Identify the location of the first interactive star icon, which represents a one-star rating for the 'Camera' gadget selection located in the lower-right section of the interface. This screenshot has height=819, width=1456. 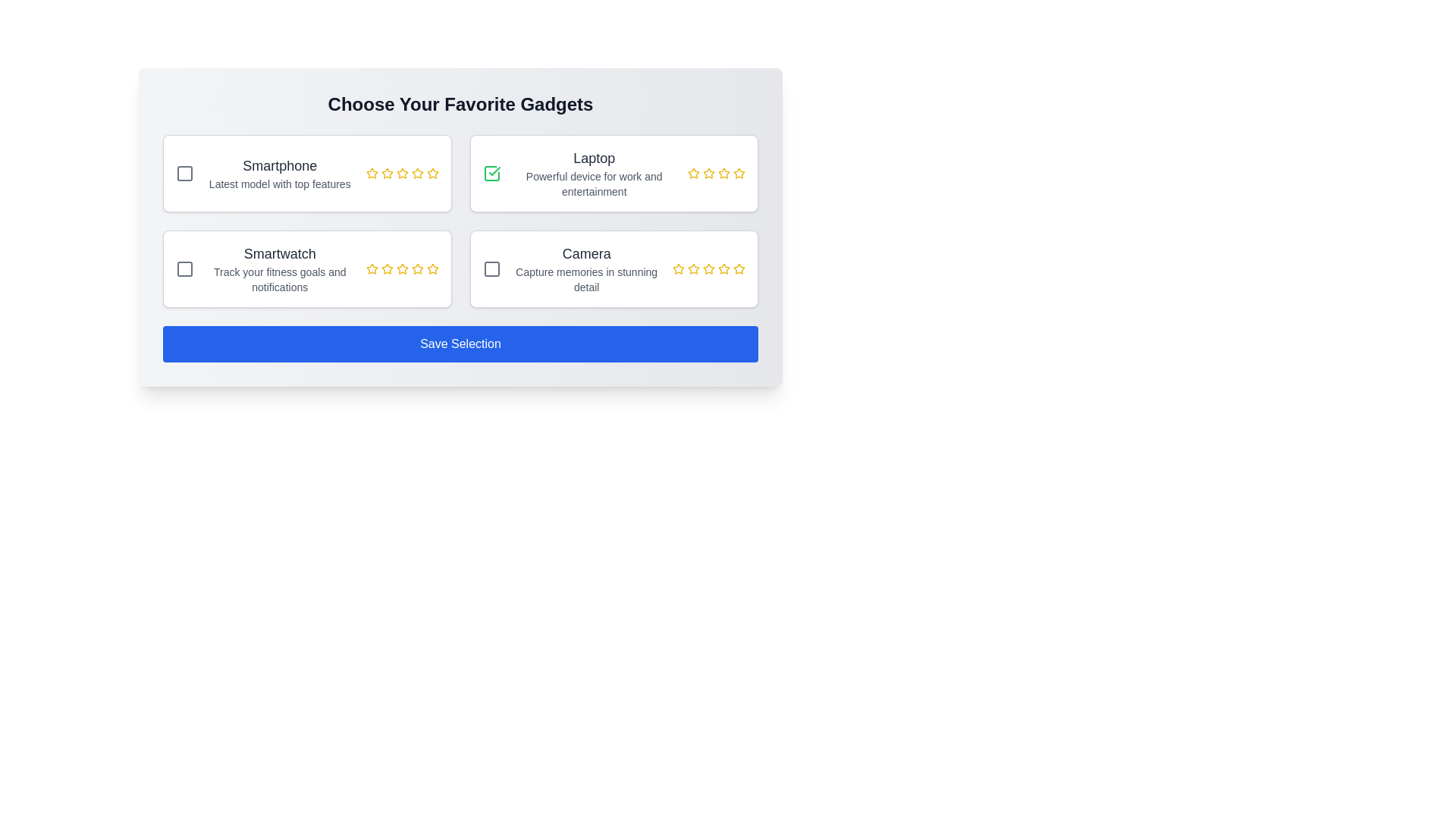
(677, 268).